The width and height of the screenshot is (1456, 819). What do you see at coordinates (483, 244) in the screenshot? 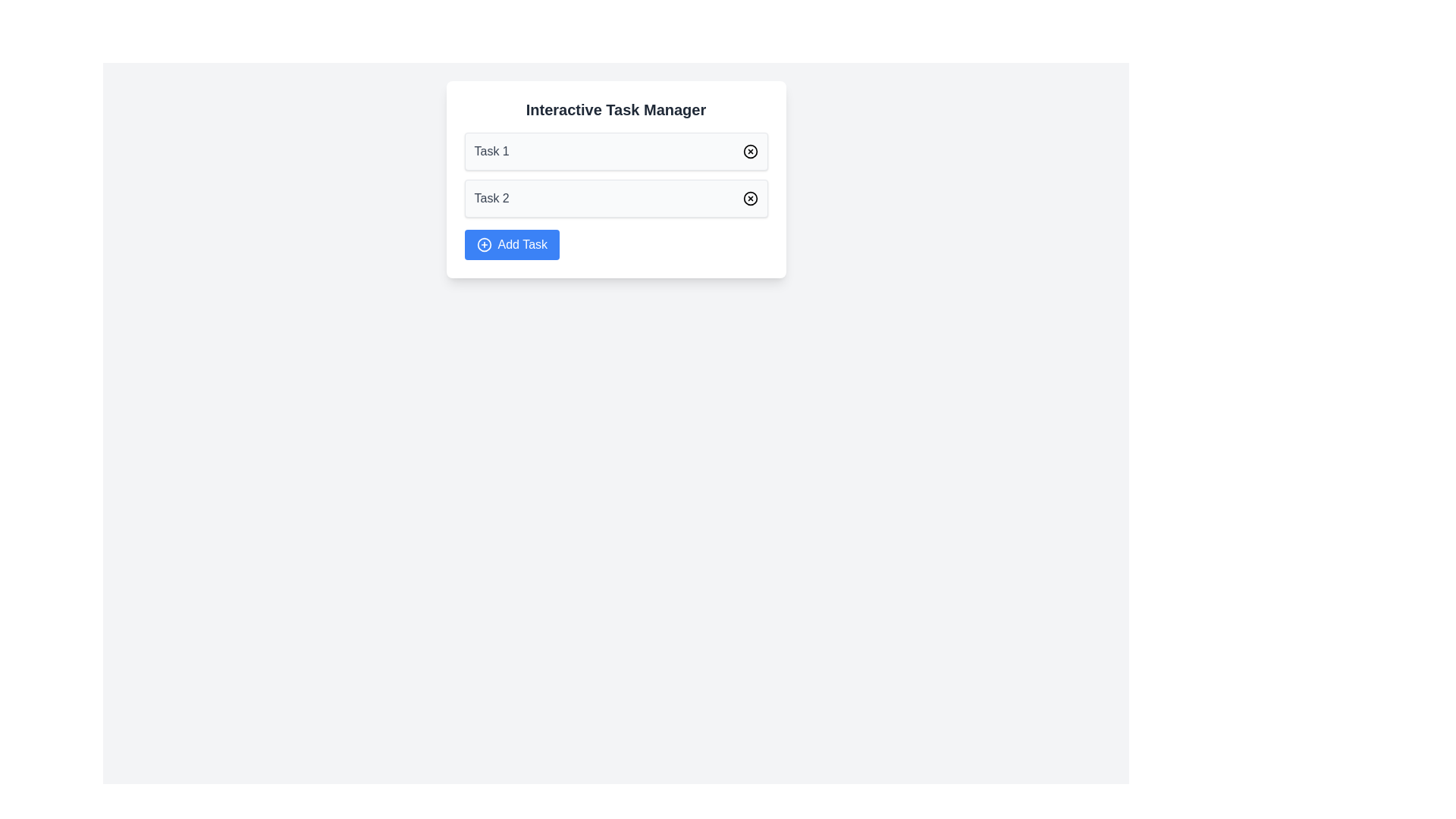
I see `the decorative icon within the 'Add Task' button group` at bounding box center [483, 244].